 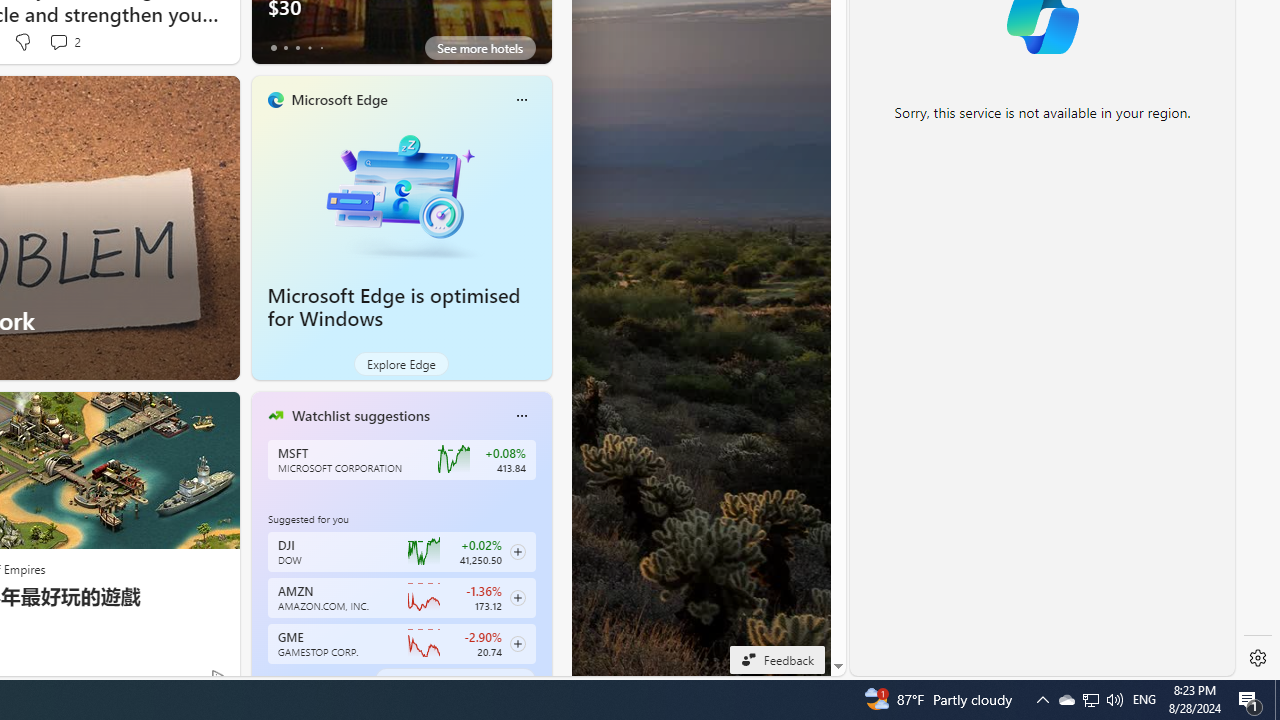 What do you see at coordinates (517, 644) in the screenshot?
I see `'Class: follow-button  m'` at bounding box center [517, 644].